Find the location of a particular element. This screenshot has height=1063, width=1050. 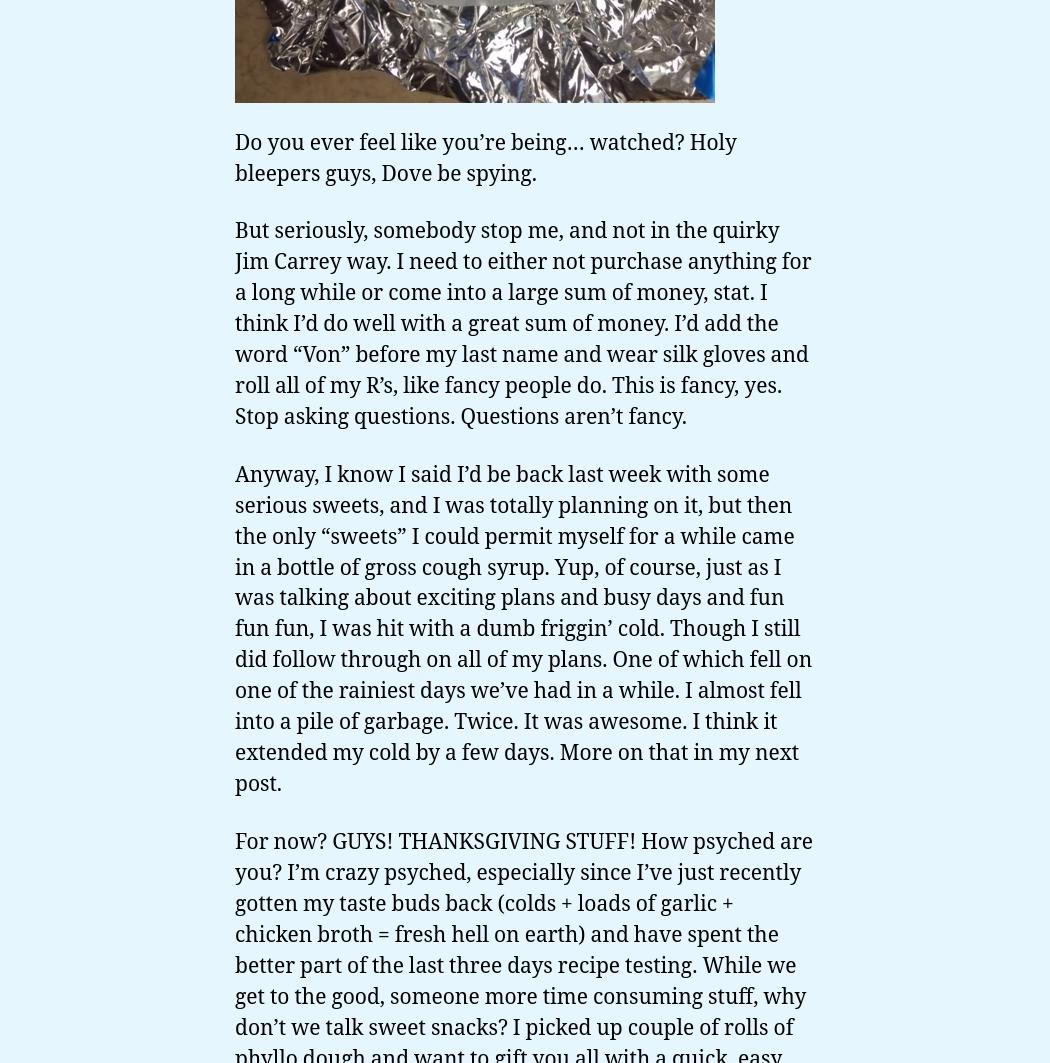

'Turning 30 Is Like A Pie In The Face. But It’s Pie, So, Ok.' is located at coordinates (270, 258).